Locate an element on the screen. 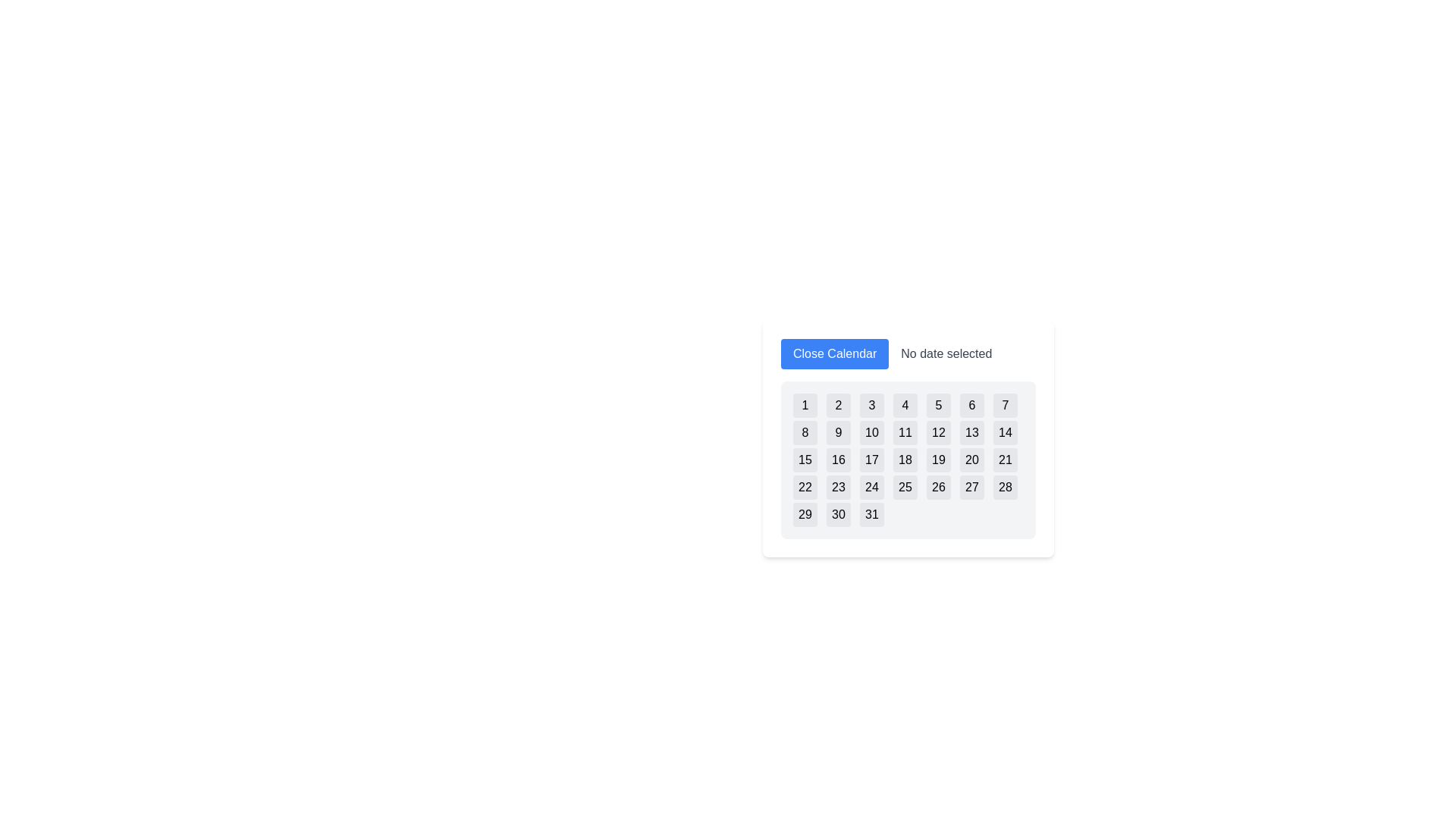 This screenshot has height=819, width=1456. the square button with the number '11' displayed in bold black text, located in the second row and fourth column of the calendar grid is located at coordinates (905, 432).